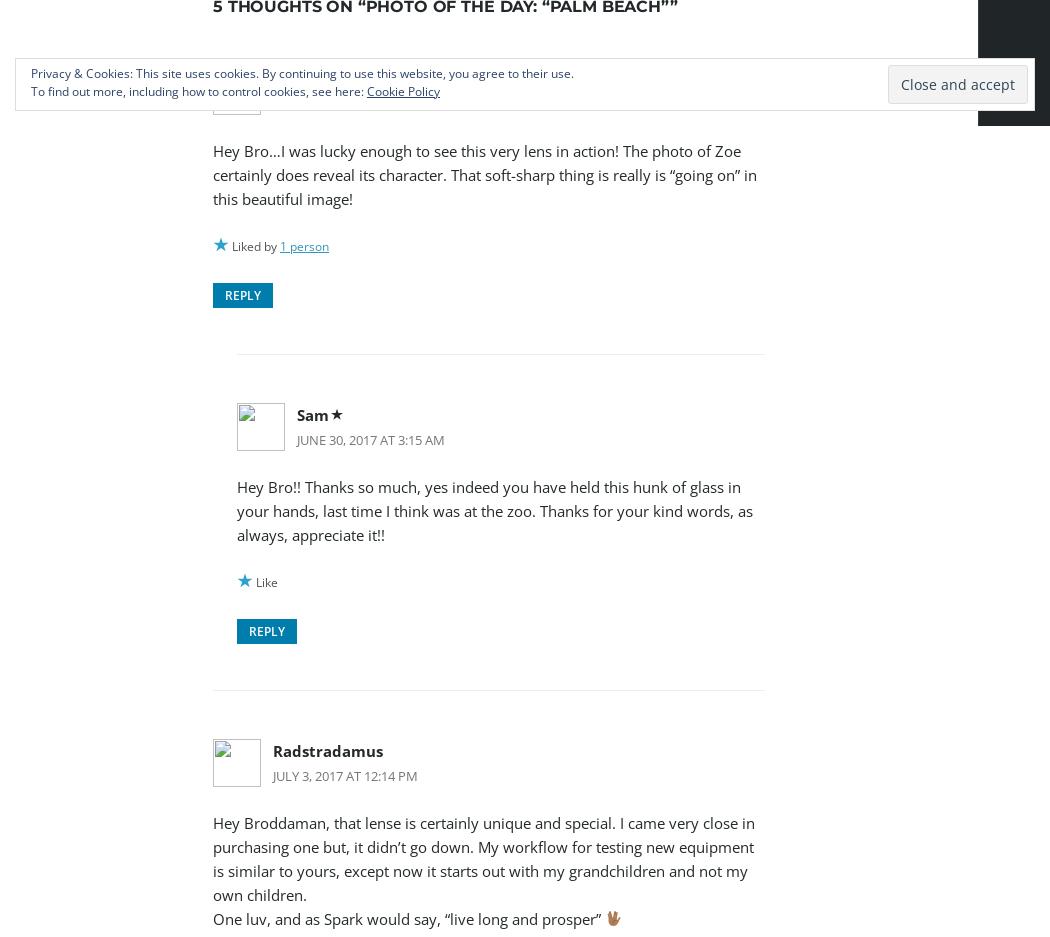 This screenshot has width=1050, height=937. What do you see at coordinates (484, 174) in the screenshot?
I see `'Hey Bro…I was lucky enough to see this very lens in action! The photo of Zoe certainly does reveal its character. That soft-sharp thing is really is “going on” in this beautiful image!'` at bounding box center [484, 174].